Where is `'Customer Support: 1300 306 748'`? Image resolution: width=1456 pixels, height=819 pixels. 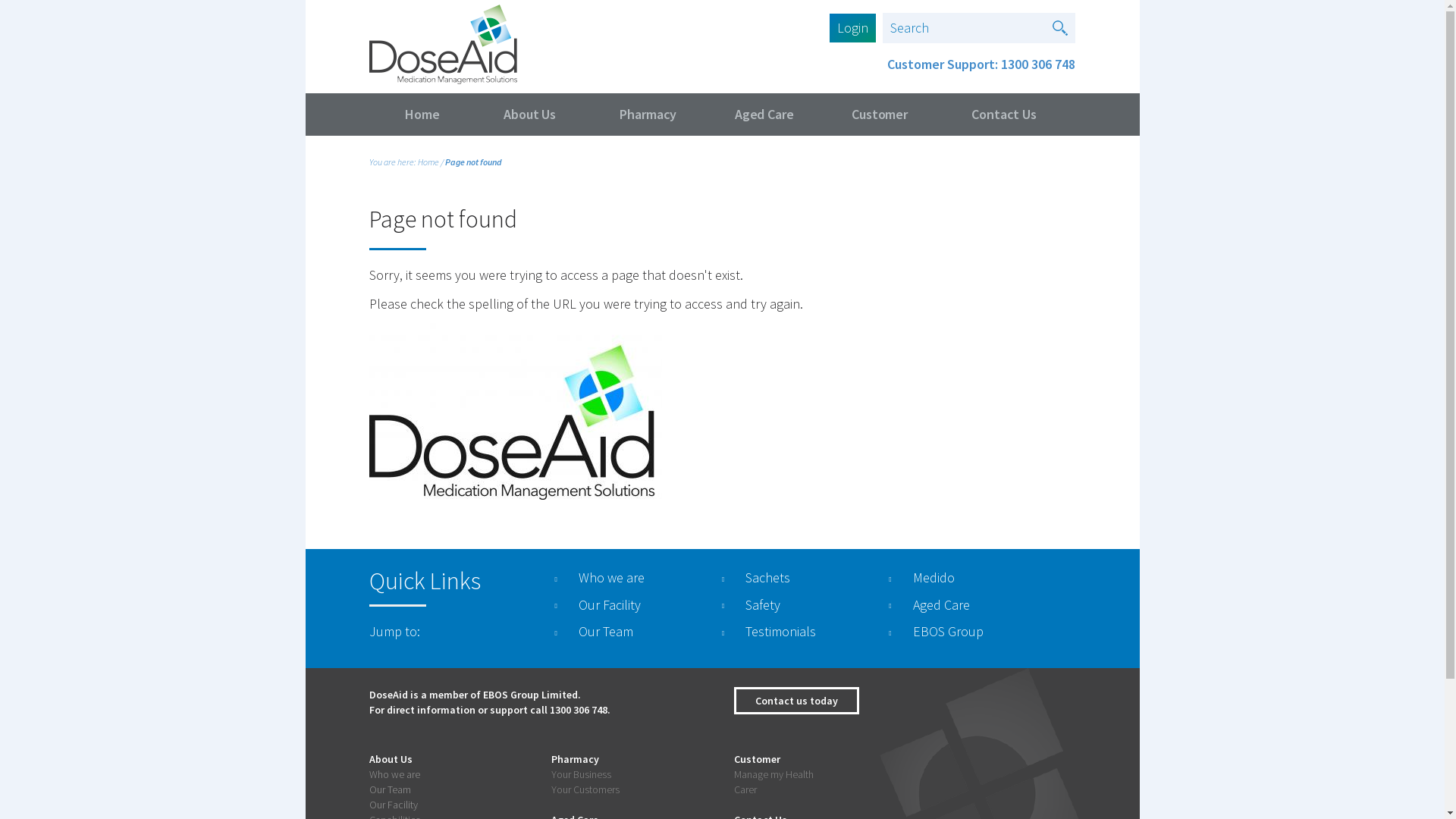
'Customer Support: 1300 306 748' is located at coordinates (981, 63).